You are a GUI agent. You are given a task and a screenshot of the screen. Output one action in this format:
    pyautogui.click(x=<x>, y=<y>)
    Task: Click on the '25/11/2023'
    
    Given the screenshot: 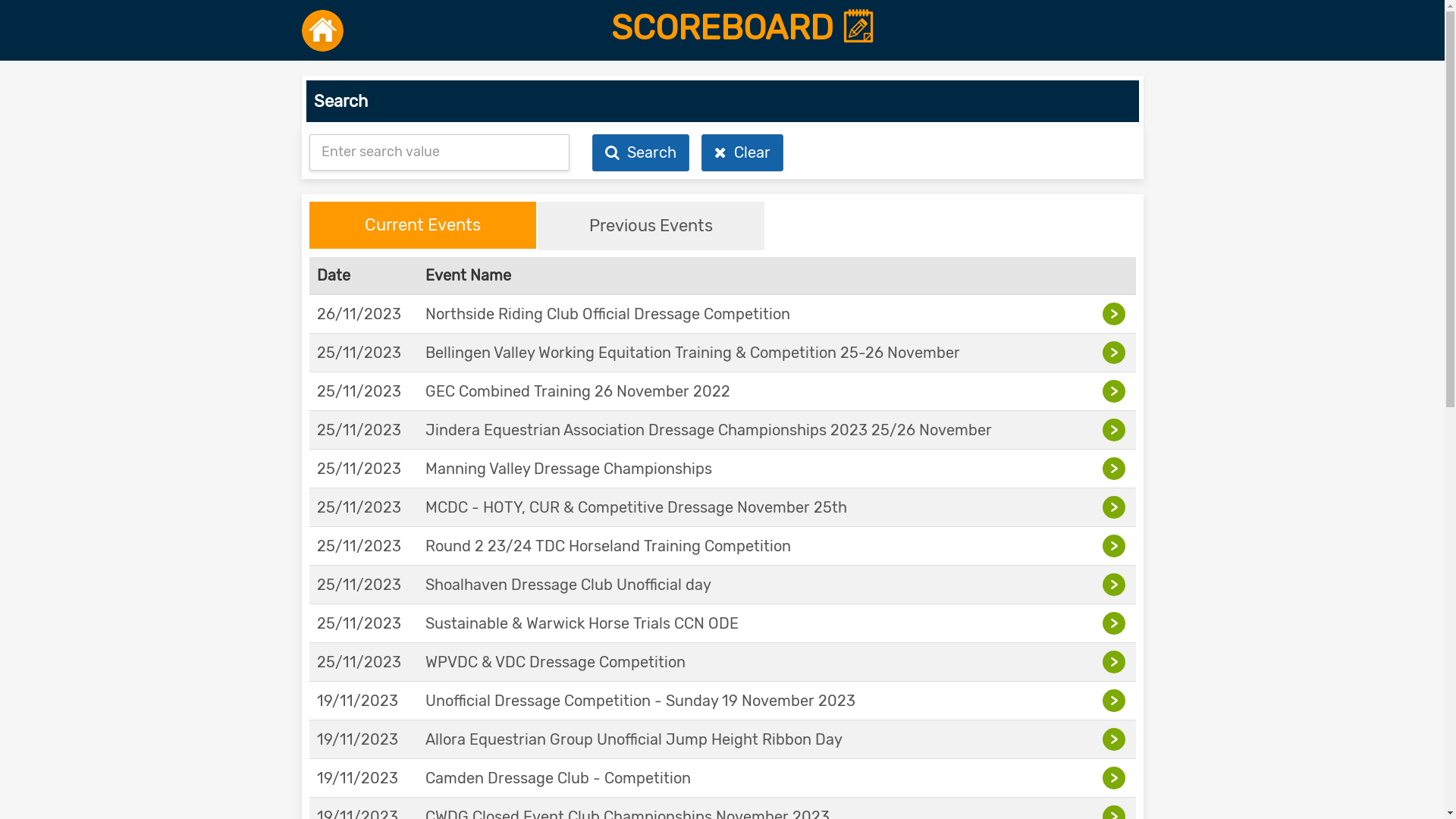 What is the action you would take?
    pyautogui.click(x=315, y=391)
    